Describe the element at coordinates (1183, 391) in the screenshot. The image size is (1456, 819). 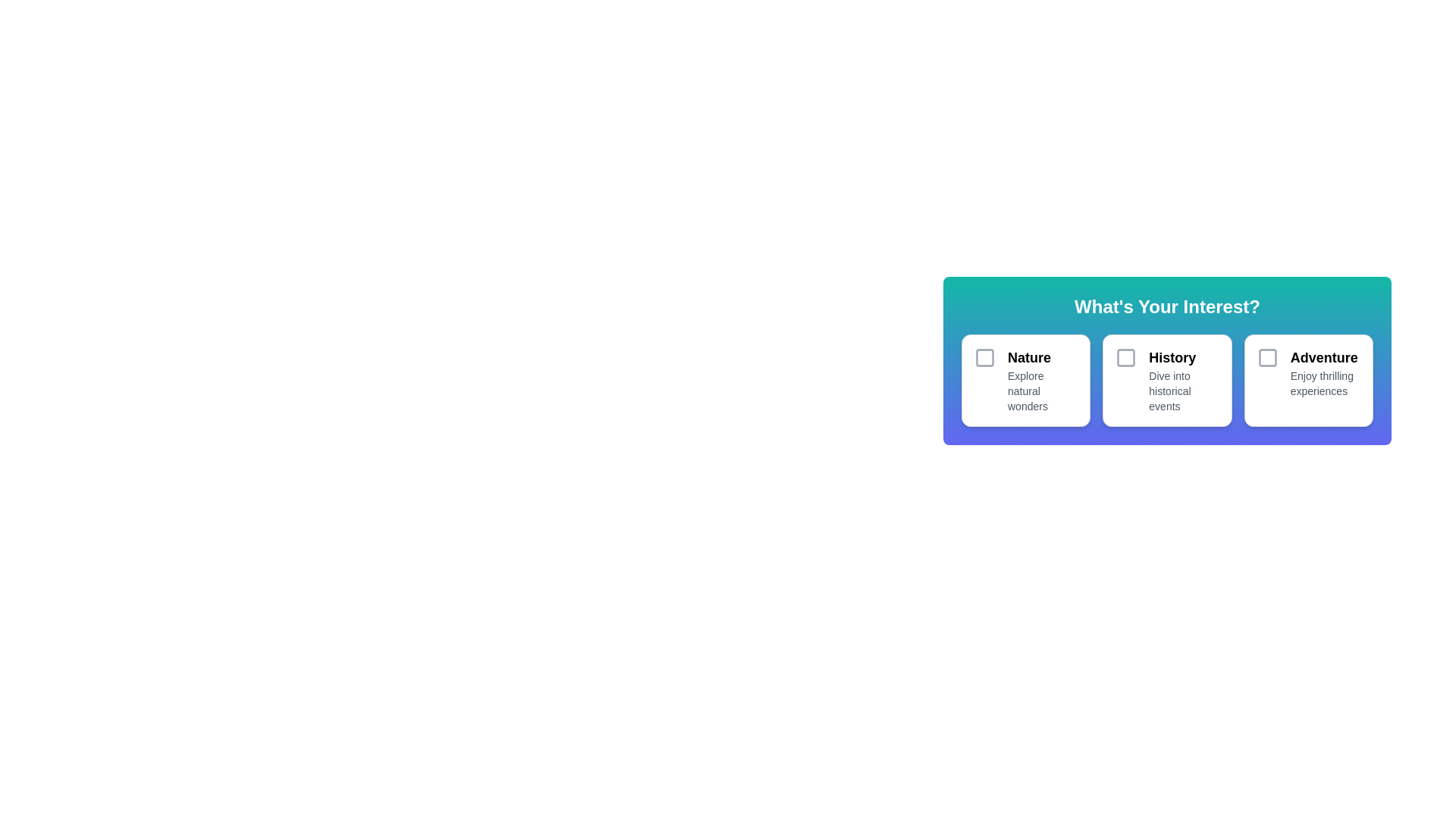
I see `the text label displaying 'Dive into historical events' which is styled in gray color and located below the 'History' title in the 'What's Your Interest?' interface` at that location.